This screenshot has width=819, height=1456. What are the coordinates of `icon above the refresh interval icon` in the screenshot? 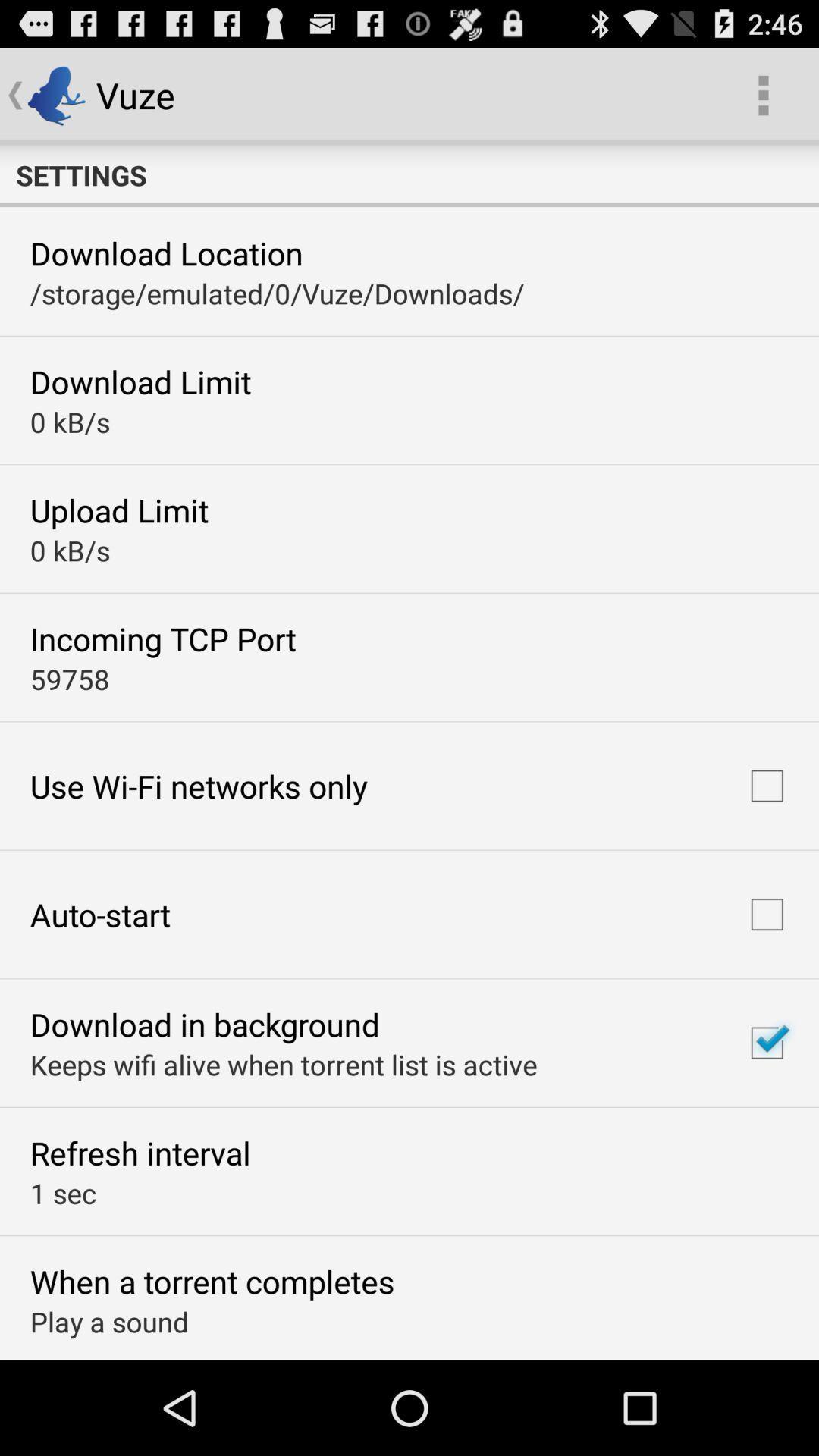 It's located at (284, 1063).